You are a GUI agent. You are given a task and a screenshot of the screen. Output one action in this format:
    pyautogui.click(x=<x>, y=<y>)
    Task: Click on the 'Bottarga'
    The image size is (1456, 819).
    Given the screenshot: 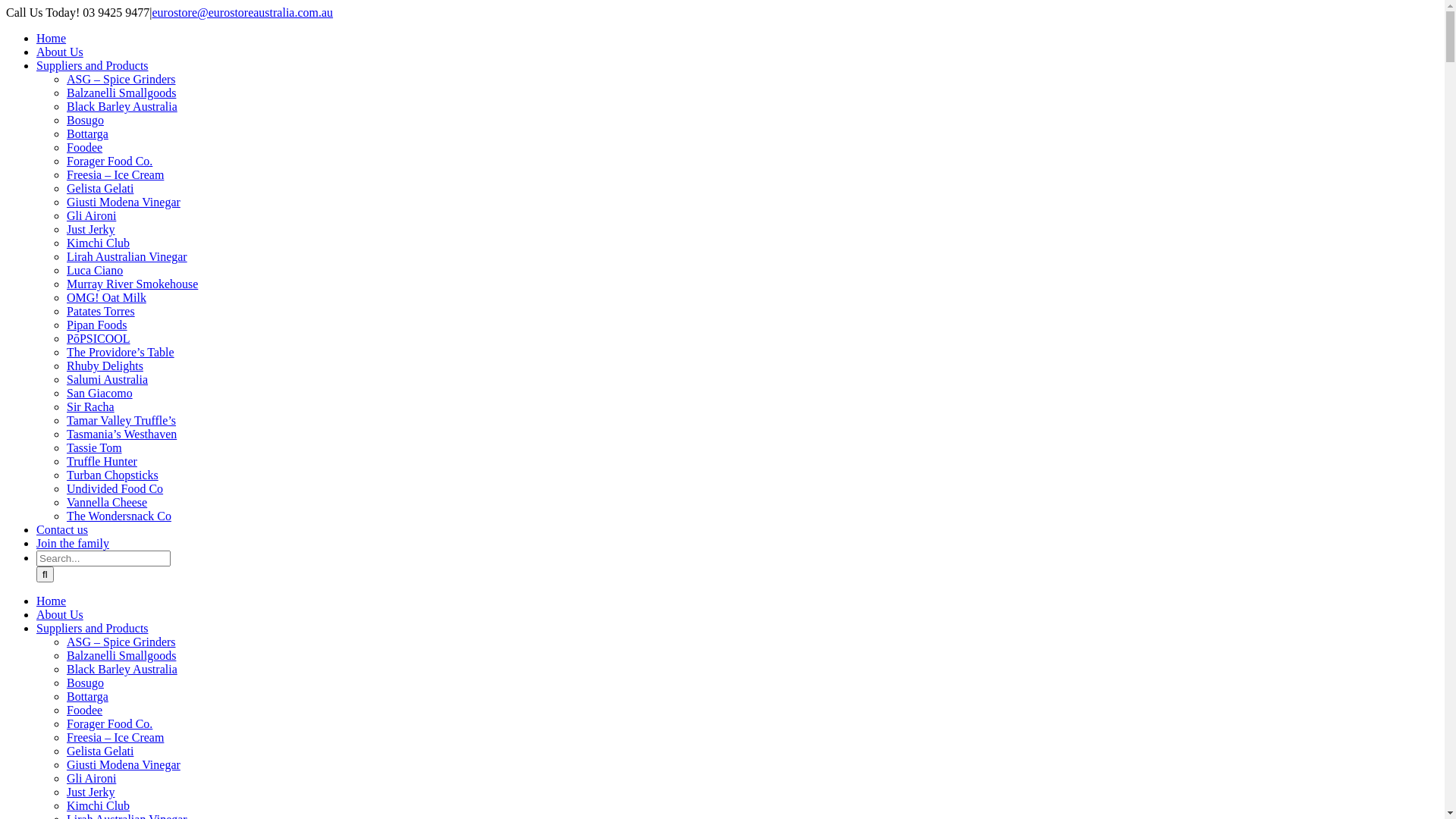 What is the action you would take?
    pyautogui.click(x=86, y=696)
    